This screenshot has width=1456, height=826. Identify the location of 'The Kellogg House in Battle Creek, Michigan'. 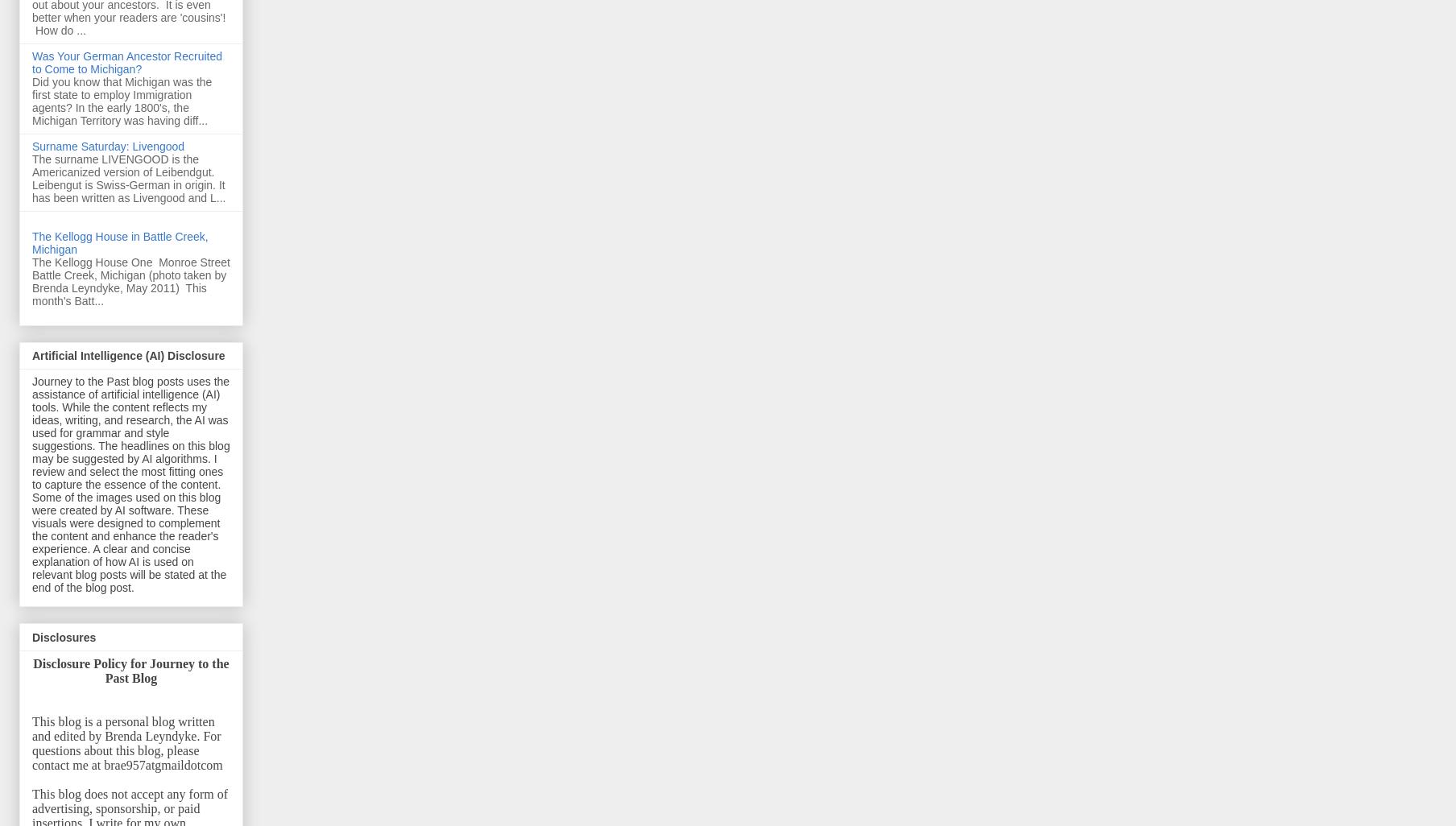
(118, 242).